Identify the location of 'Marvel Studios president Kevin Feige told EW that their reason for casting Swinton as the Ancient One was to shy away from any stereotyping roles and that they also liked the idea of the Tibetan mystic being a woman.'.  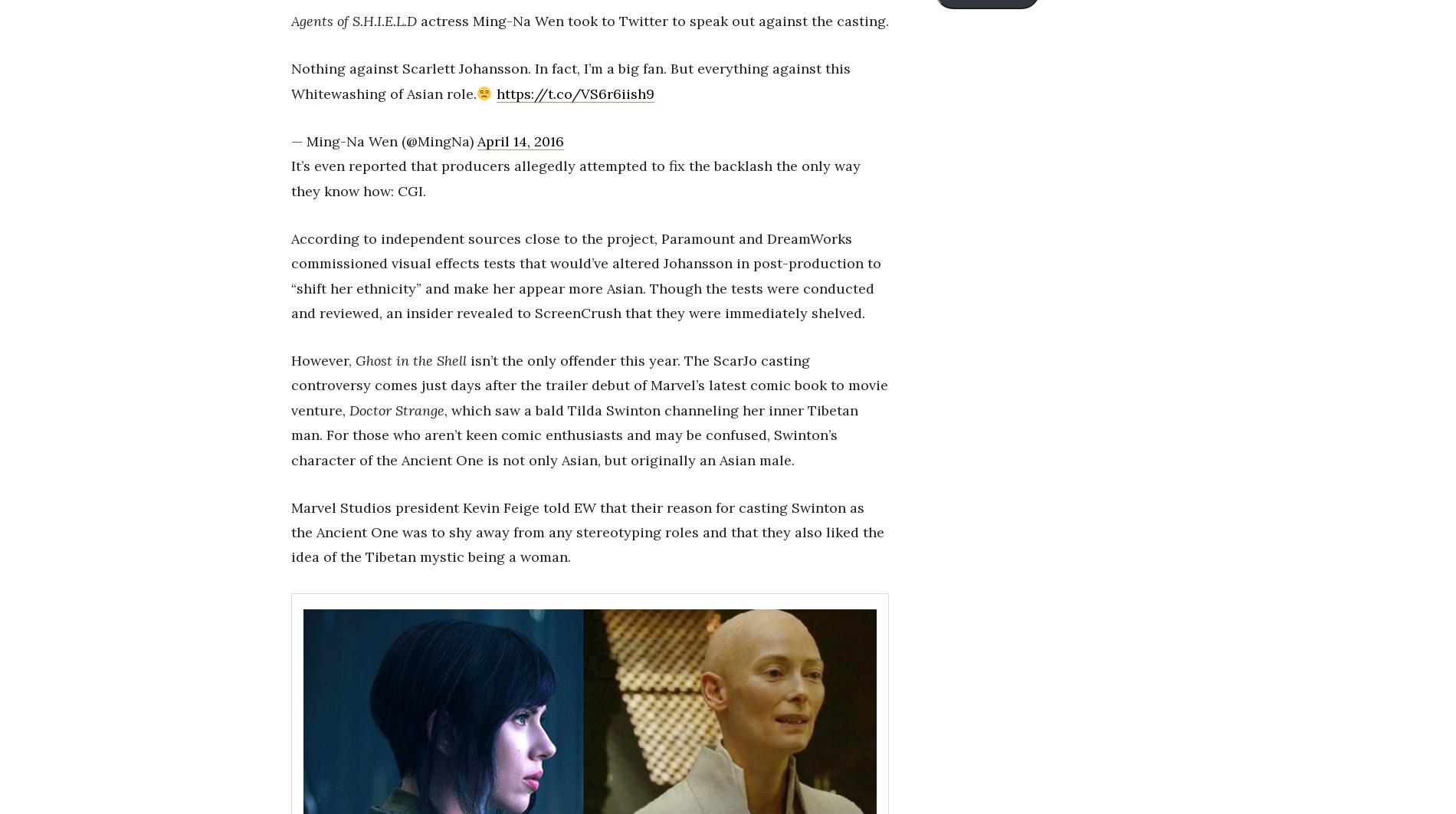
(290, 532).